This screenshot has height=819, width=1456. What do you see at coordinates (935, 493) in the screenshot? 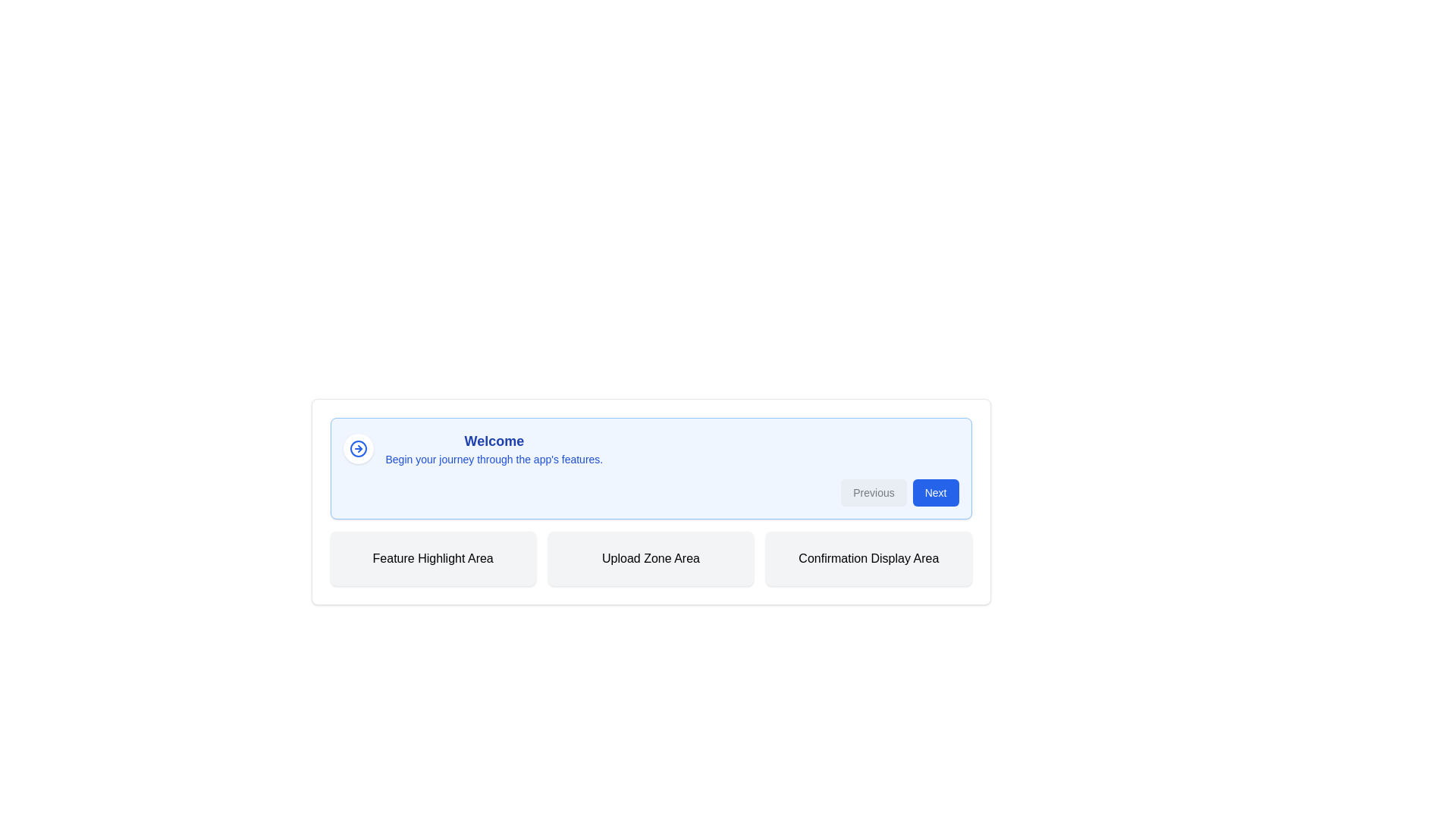
I see `the 'Next' button located in the bottom-right corner of the box element to proceed to the next step` at bounding box center [935, 493].